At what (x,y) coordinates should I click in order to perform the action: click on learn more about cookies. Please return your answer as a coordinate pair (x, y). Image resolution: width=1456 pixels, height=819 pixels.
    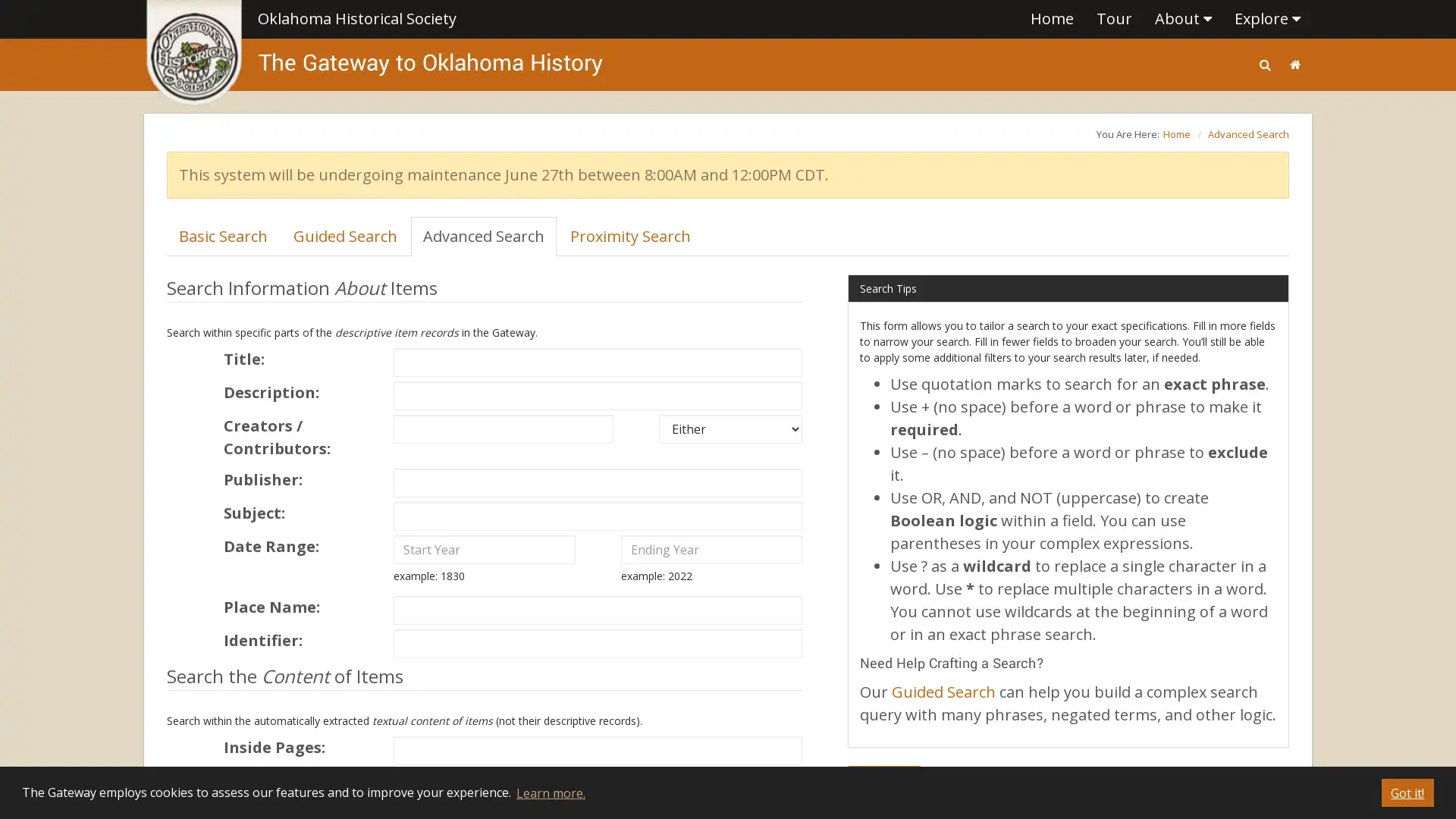
    Looking at the image, I should click on (549, 792).